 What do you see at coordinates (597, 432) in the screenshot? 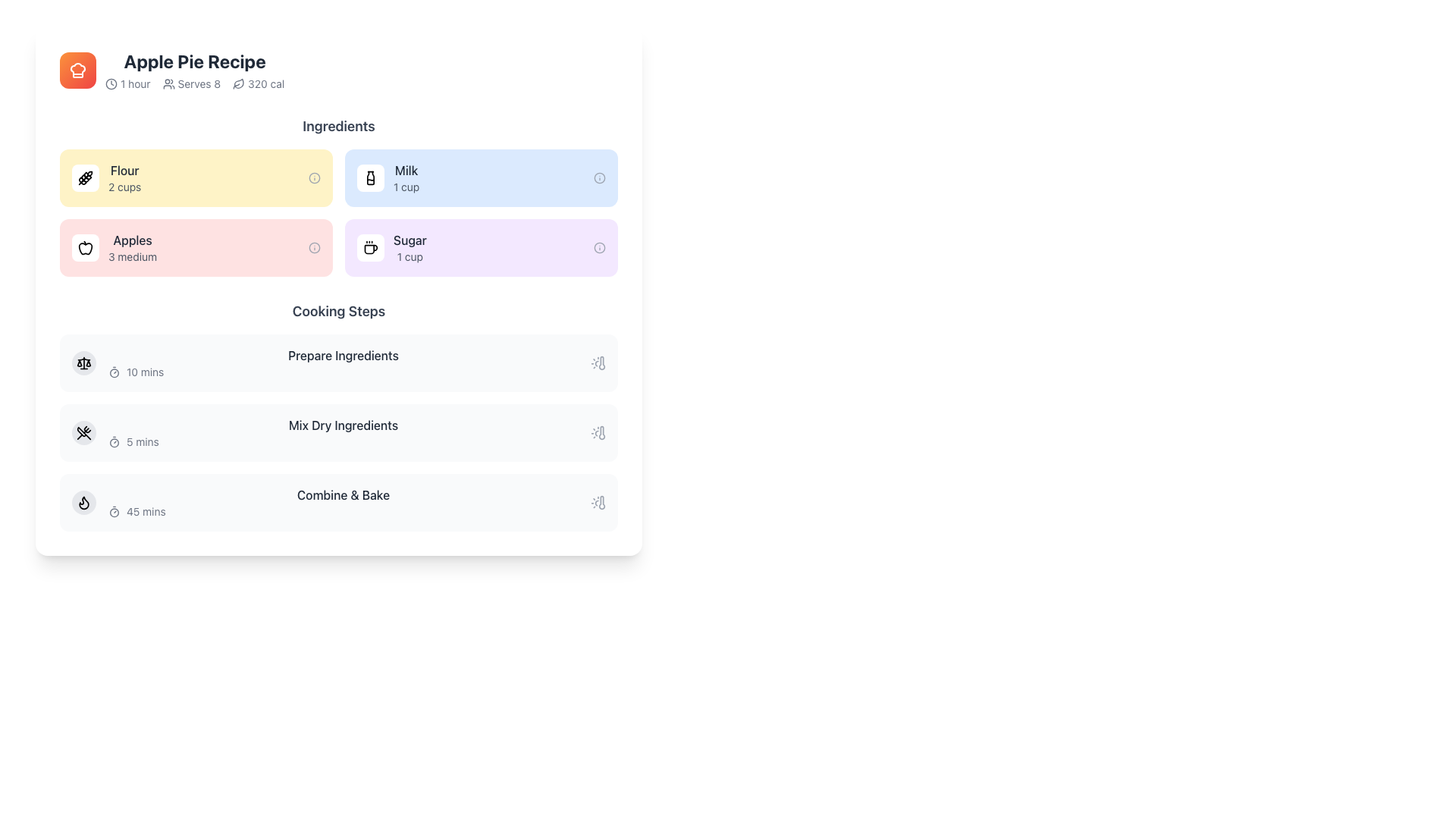
I see `the icon element that combines a sun and a thermometer, located to the far right under the 'Mix Dry Ingredients' step in the 'Cooking Steps' section` at bounding box center [597, 432].